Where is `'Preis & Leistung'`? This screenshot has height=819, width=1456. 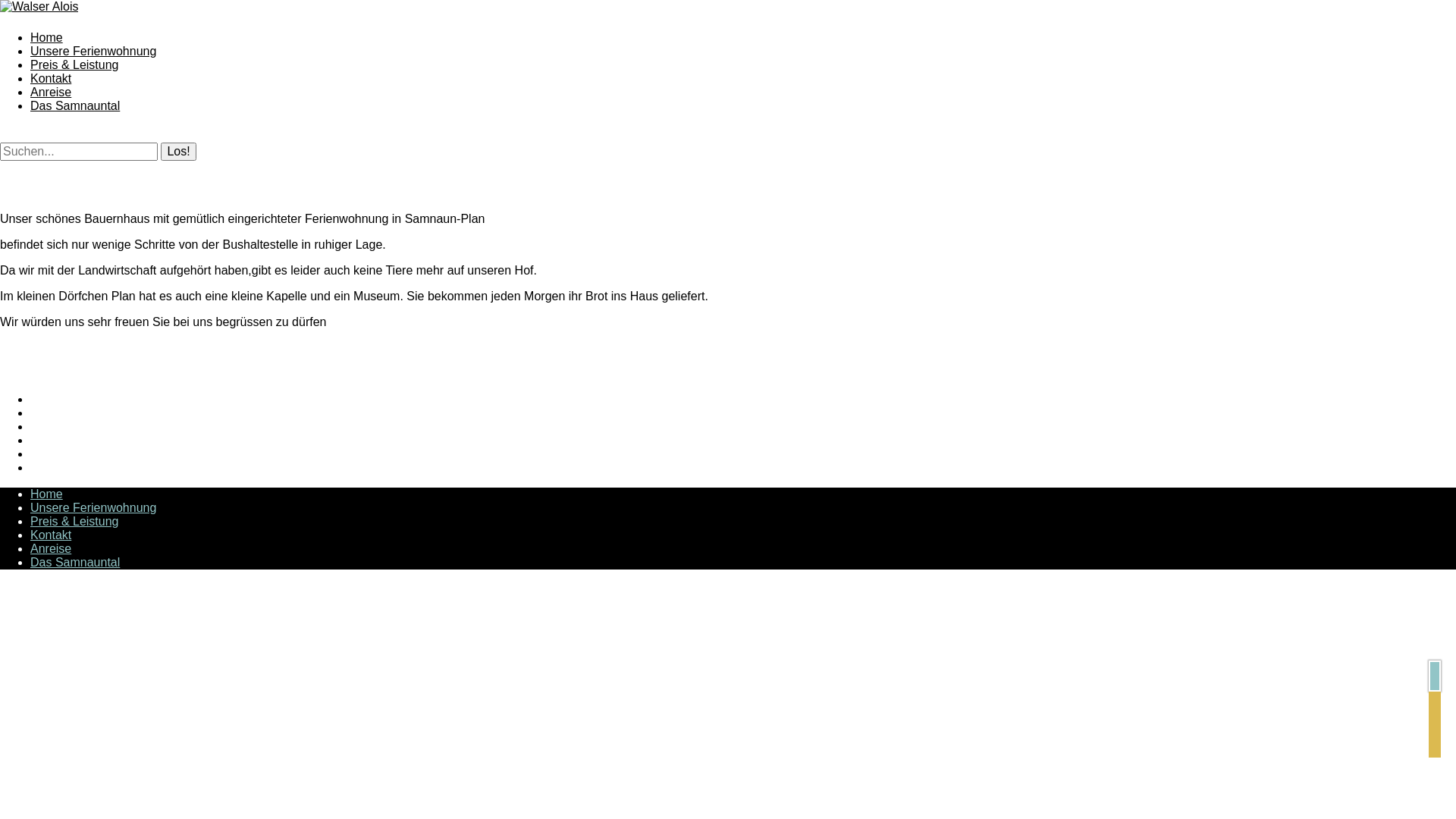
'Preis & Leistung' is located at coordinates (74, 520).